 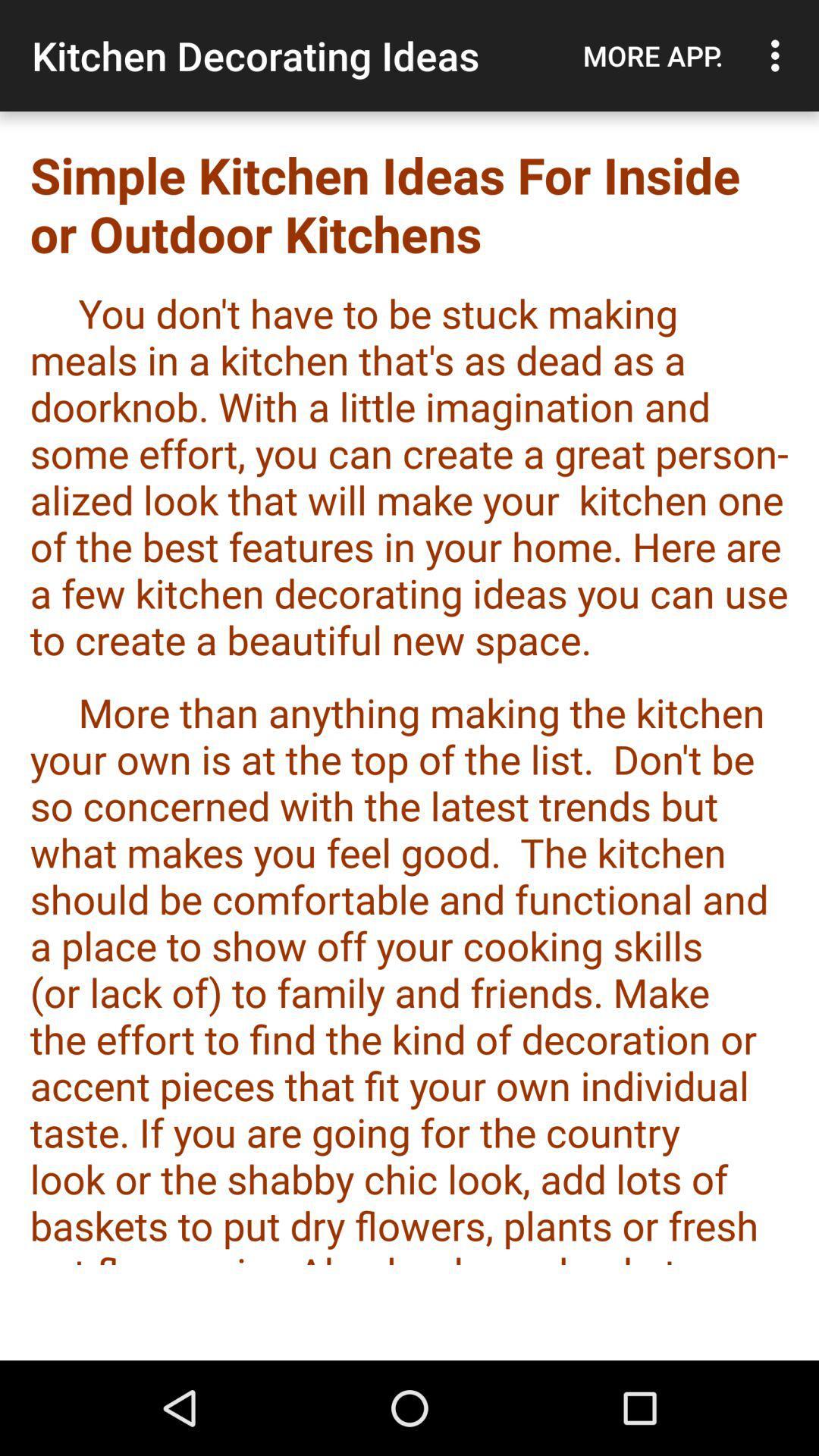 I want to click on item above simple kitchen ideas icon, so click(x=779, y=55).